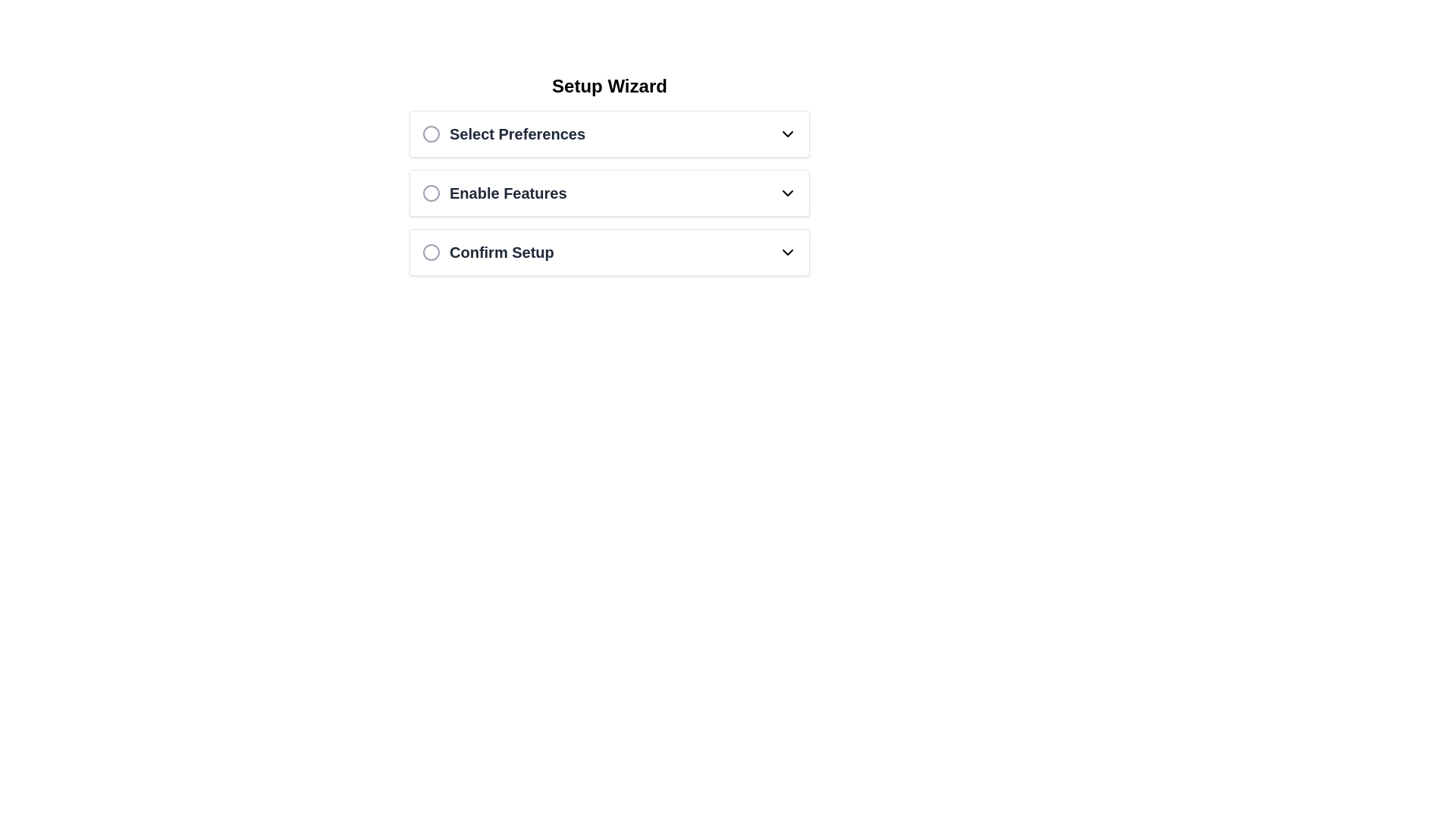 The image size is (1456, 819). I want to click on the text label that serves as a title in the setup wizard, positioned as the third item in a vertical list with a circular icon to its left and a dropdown indicator to its right, so click(501, 251).